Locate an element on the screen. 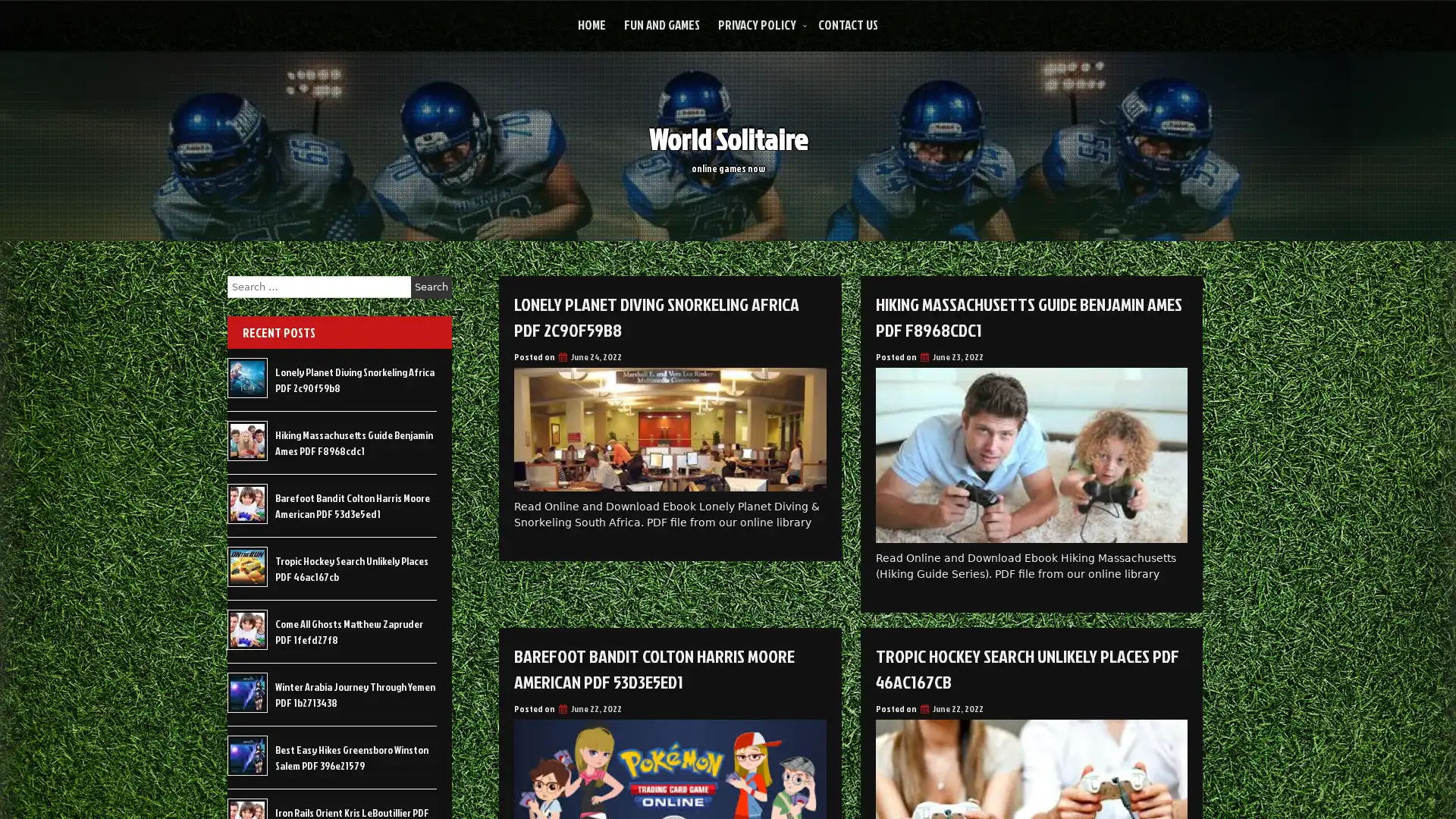  Search is located at coordinates (431, 287).